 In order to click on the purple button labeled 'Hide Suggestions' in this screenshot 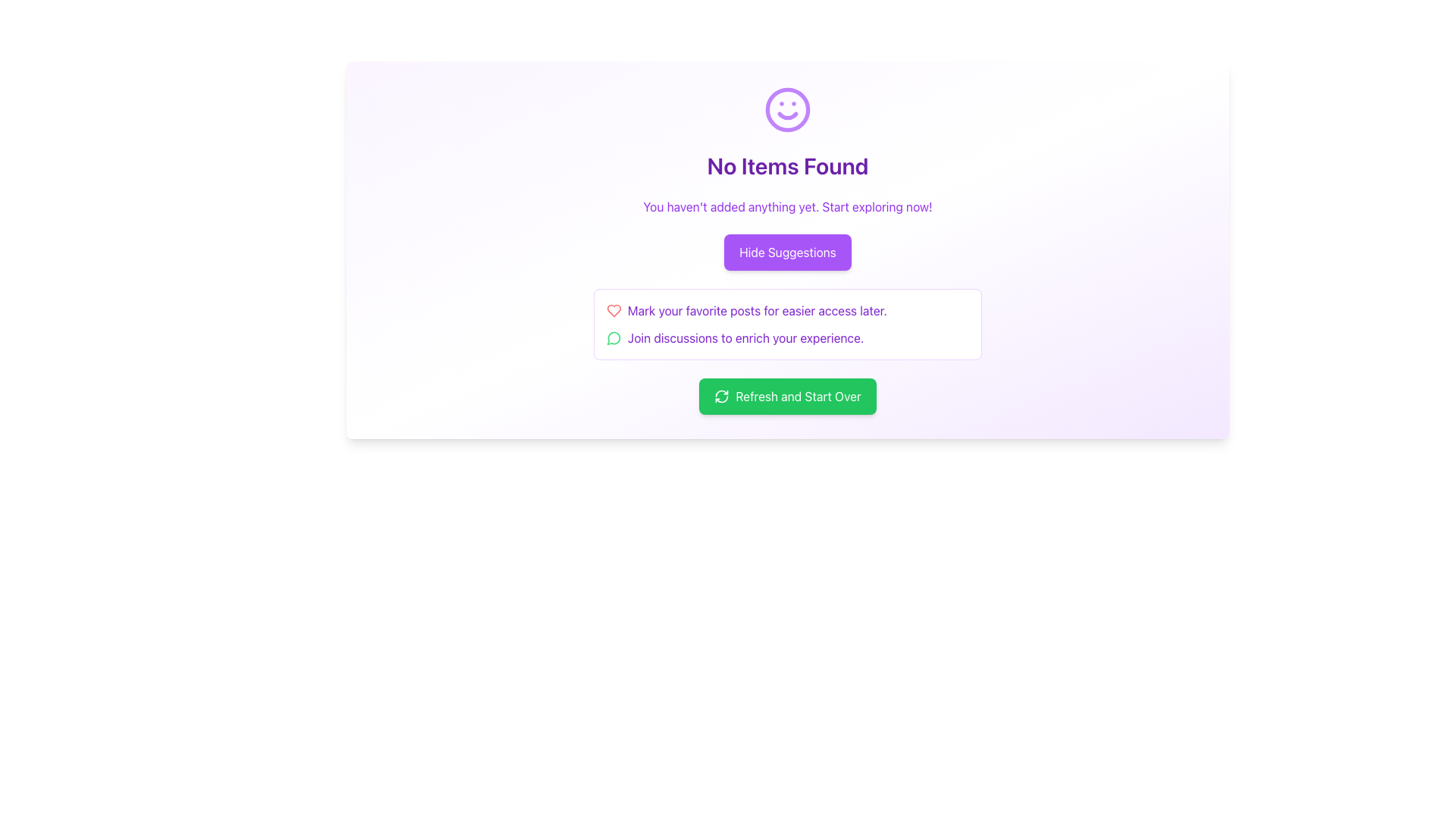, I will do `click(786, 251)`.